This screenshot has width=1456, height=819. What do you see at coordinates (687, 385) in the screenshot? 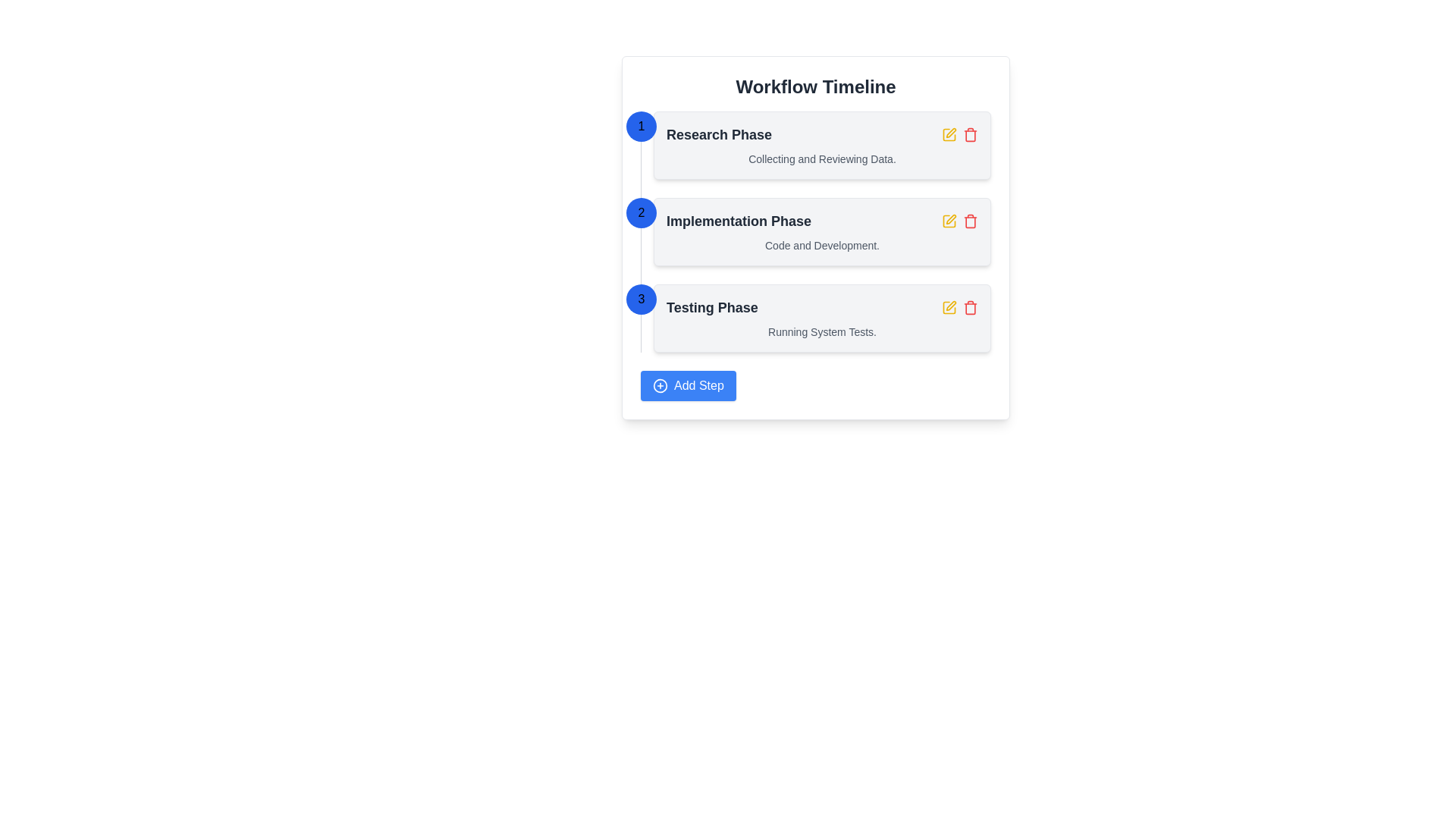
I see `the 'Add Step' button, which has a blue background, white text, and a plus icon, to observe the background color change` at bounding box center [687, 385].